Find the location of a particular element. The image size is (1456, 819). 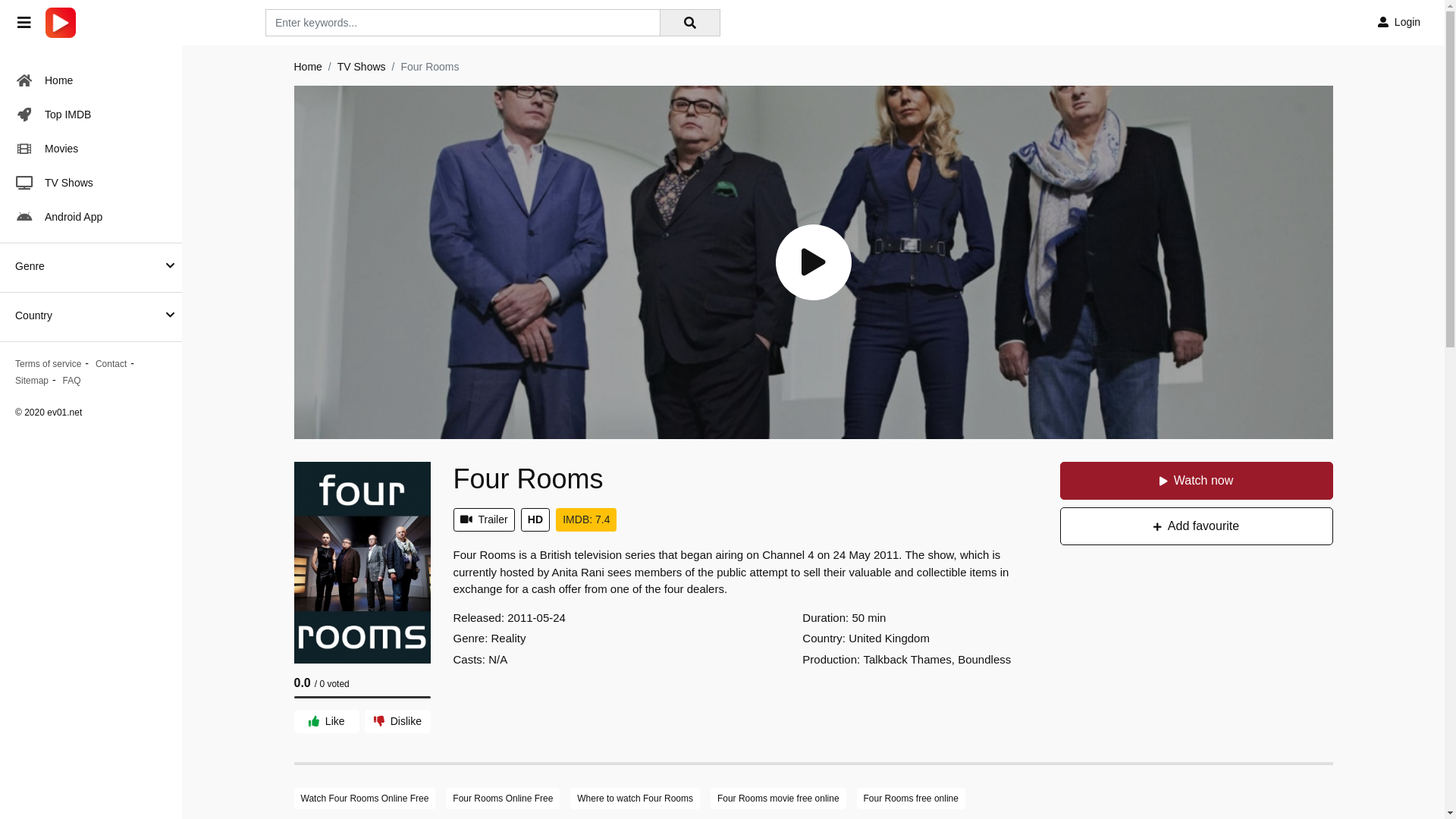

'TV Shows' is located at coordinates (360, 66).